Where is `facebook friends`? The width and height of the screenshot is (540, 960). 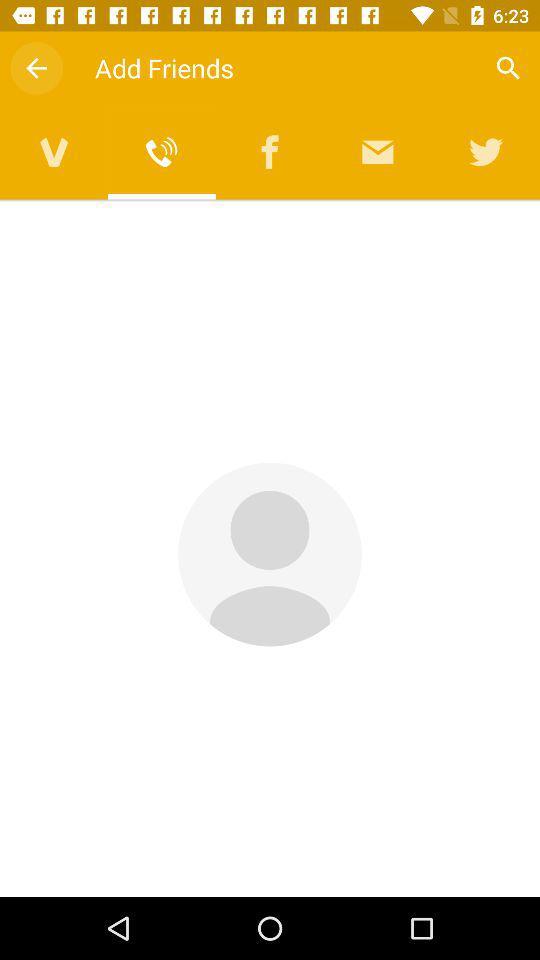
facebook friends is located at coordinates (270, 151).